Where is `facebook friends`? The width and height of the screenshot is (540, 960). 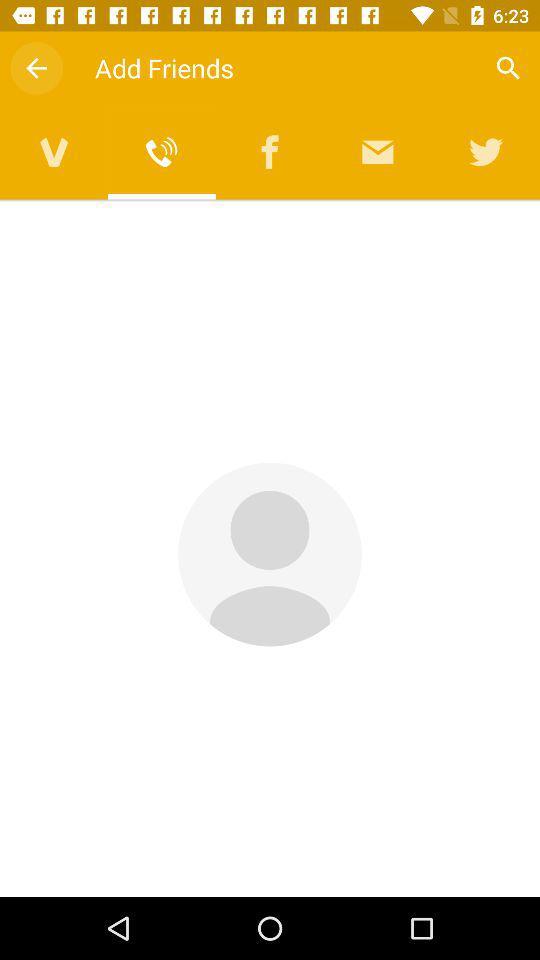
facebook friends is located at coordinates (270, 151).